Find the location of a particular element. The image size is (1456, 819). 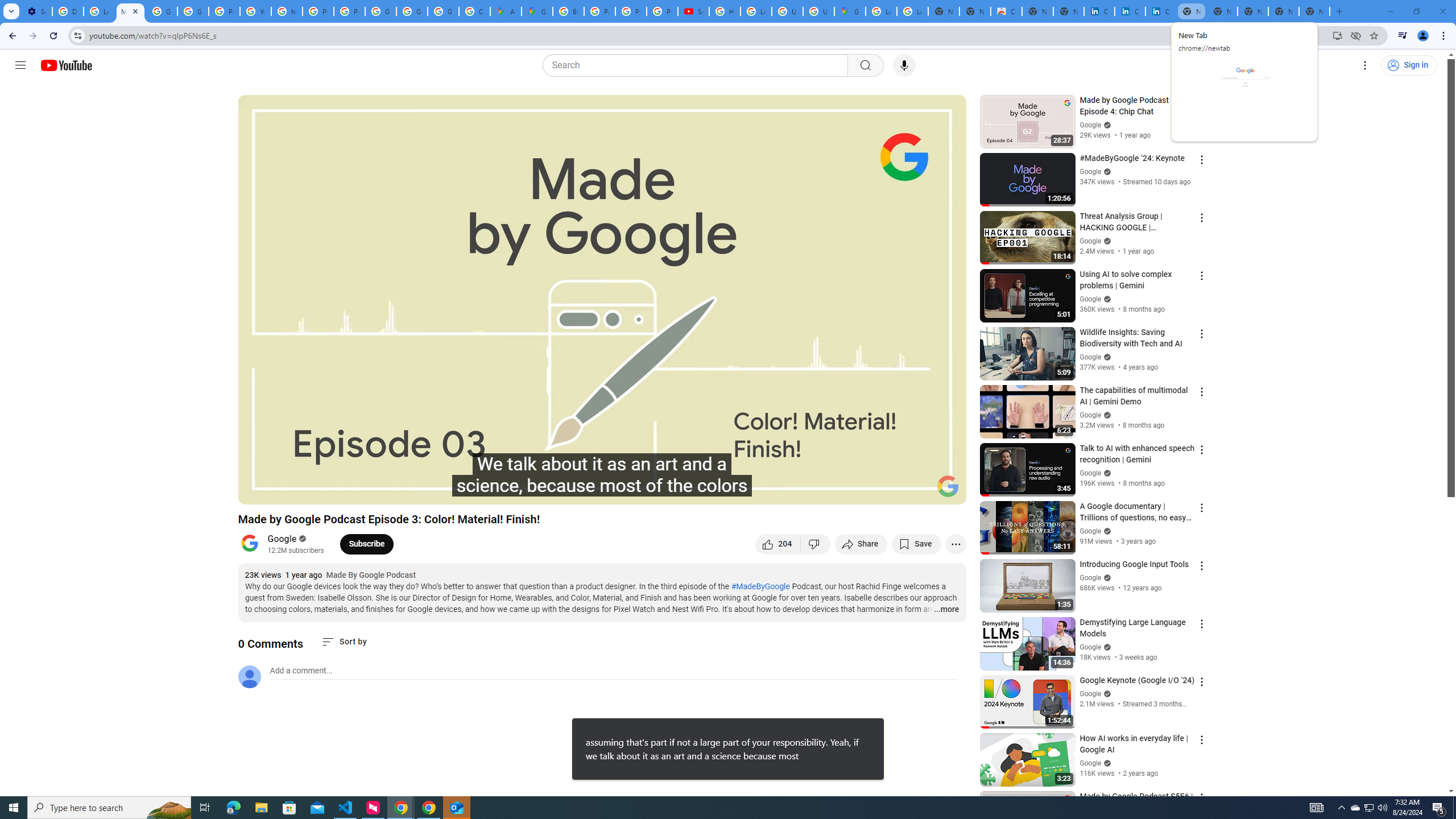

'Subtitles/closed captions unavailable' is located at coordinates (835, 490).